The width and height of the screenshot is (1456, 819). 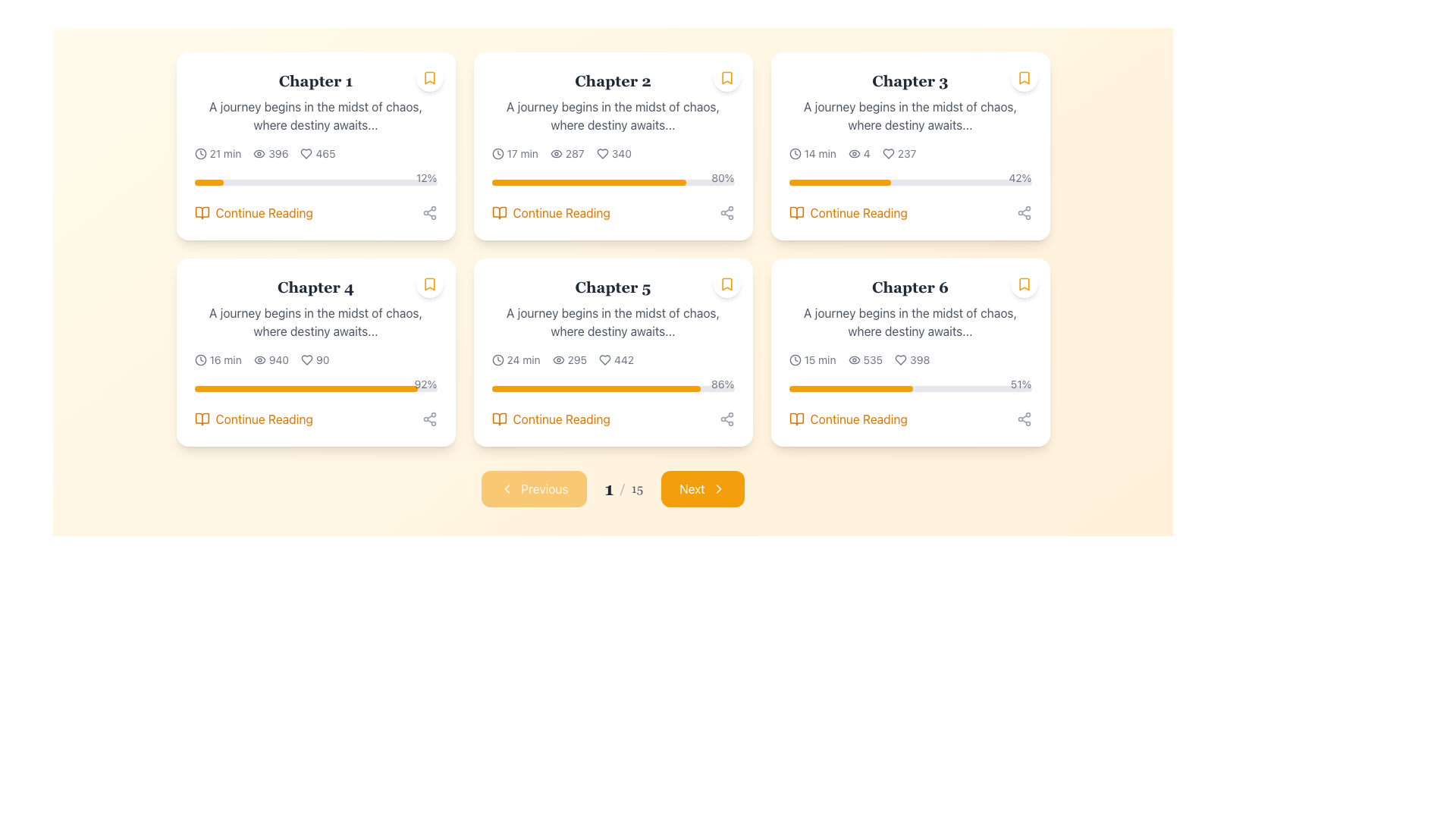 I want to click on the largest circular graphic in the clock-shaped icon located at the top left of the 'Chapter 2' card, just before the text '17 min', so click(x=497, y=154).